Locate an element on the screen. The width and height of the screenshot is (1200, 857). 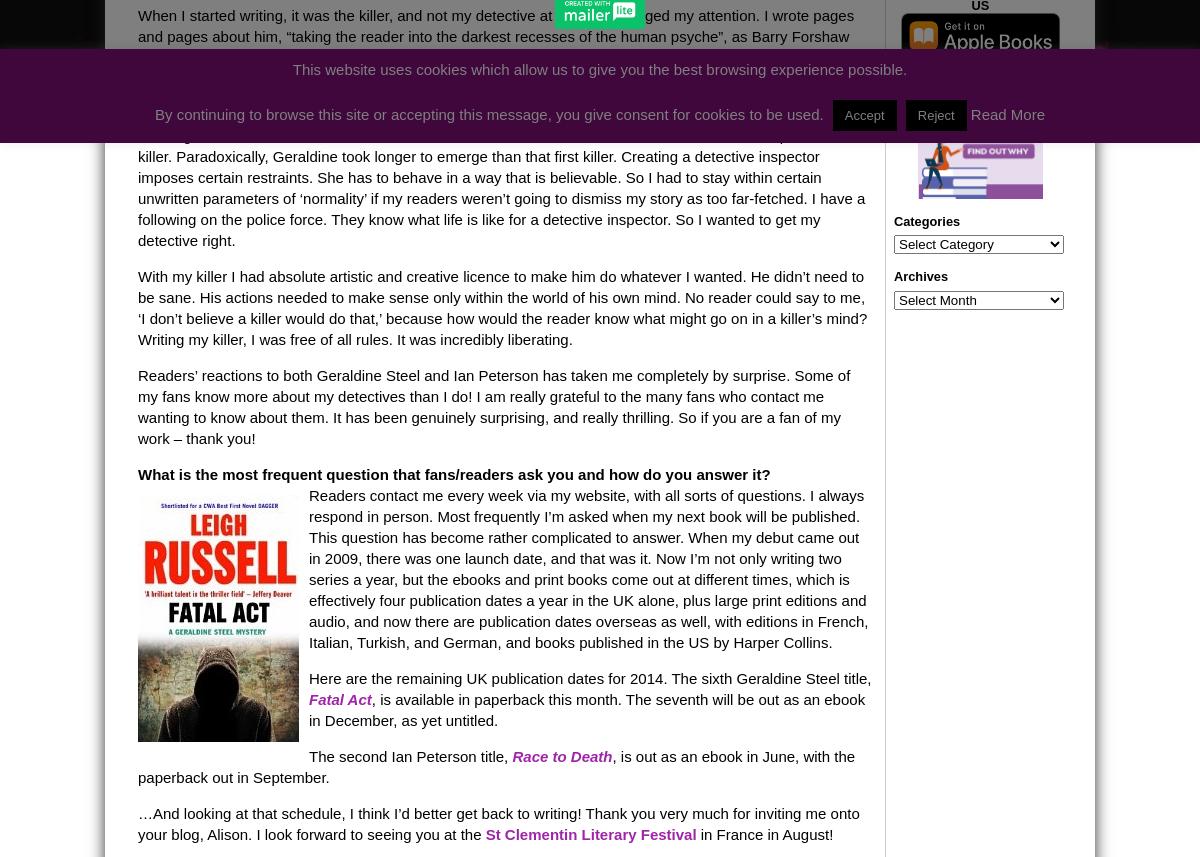
'Readers contact me every week via my website, with all sorts of questions. I always respond in person. Most frequently I’m asked when my next book will be published. This question has become rather complicated to answer. When my debut came out in 2009, there was one launch date, and that was it. Now I’m not only writing two series a year, but the ebooks and print books come out at different times, which is effectively four publication dates a year in the UK alone, plus large print editions and audio, and now there are publication dates overseas as well, with editions in French, Italian, Turkish, and German, and books published in the US by Harper Collins.' is located at coordinates (587, 568).